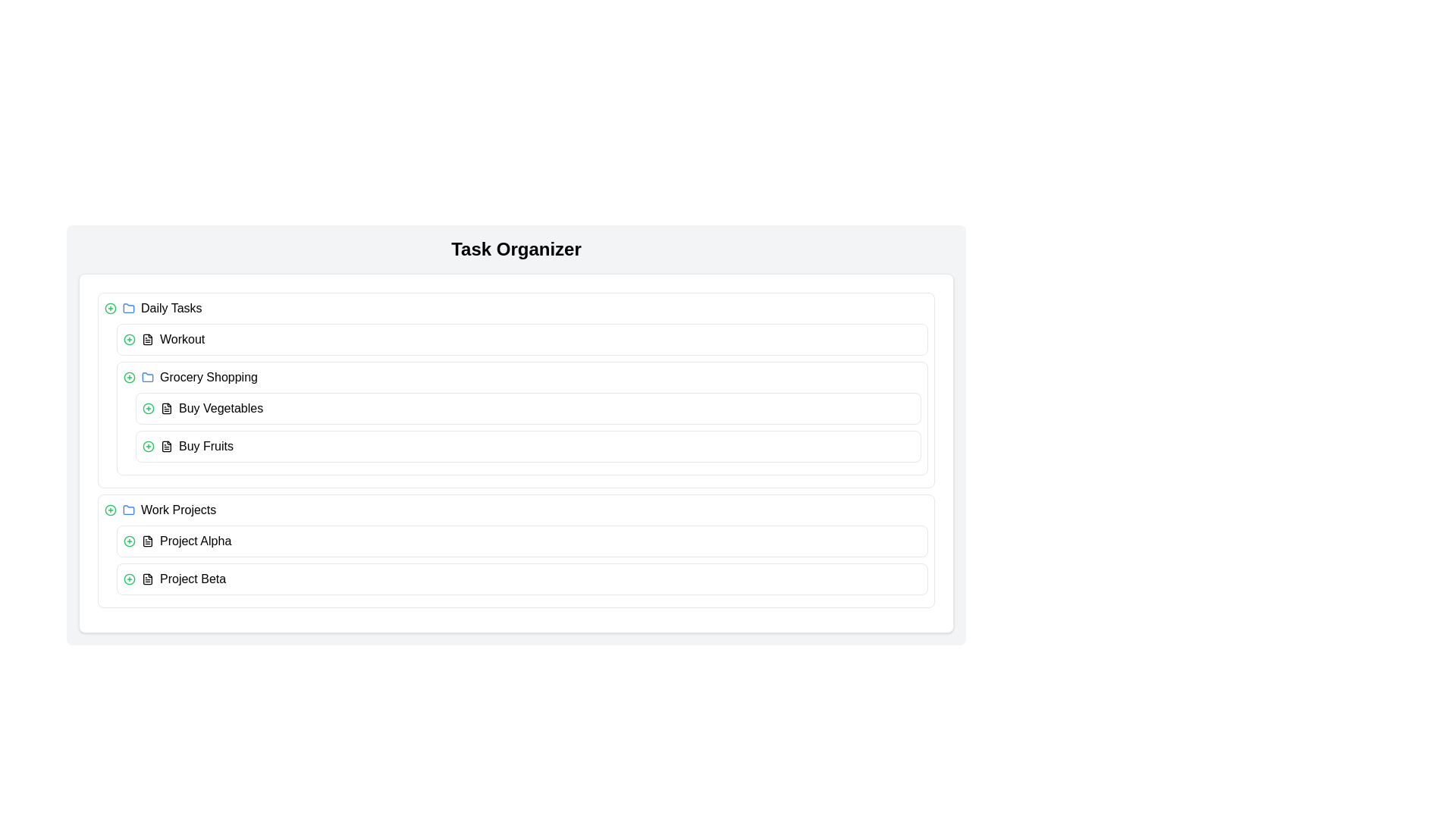 The height and width of the screenshot is (819, 1456). I want to click on displayed text 'Buy Fruits' which is styled in black font and is the last item under the 'Grocery Shopping' category in the task organizer interface, so click(206, 446).